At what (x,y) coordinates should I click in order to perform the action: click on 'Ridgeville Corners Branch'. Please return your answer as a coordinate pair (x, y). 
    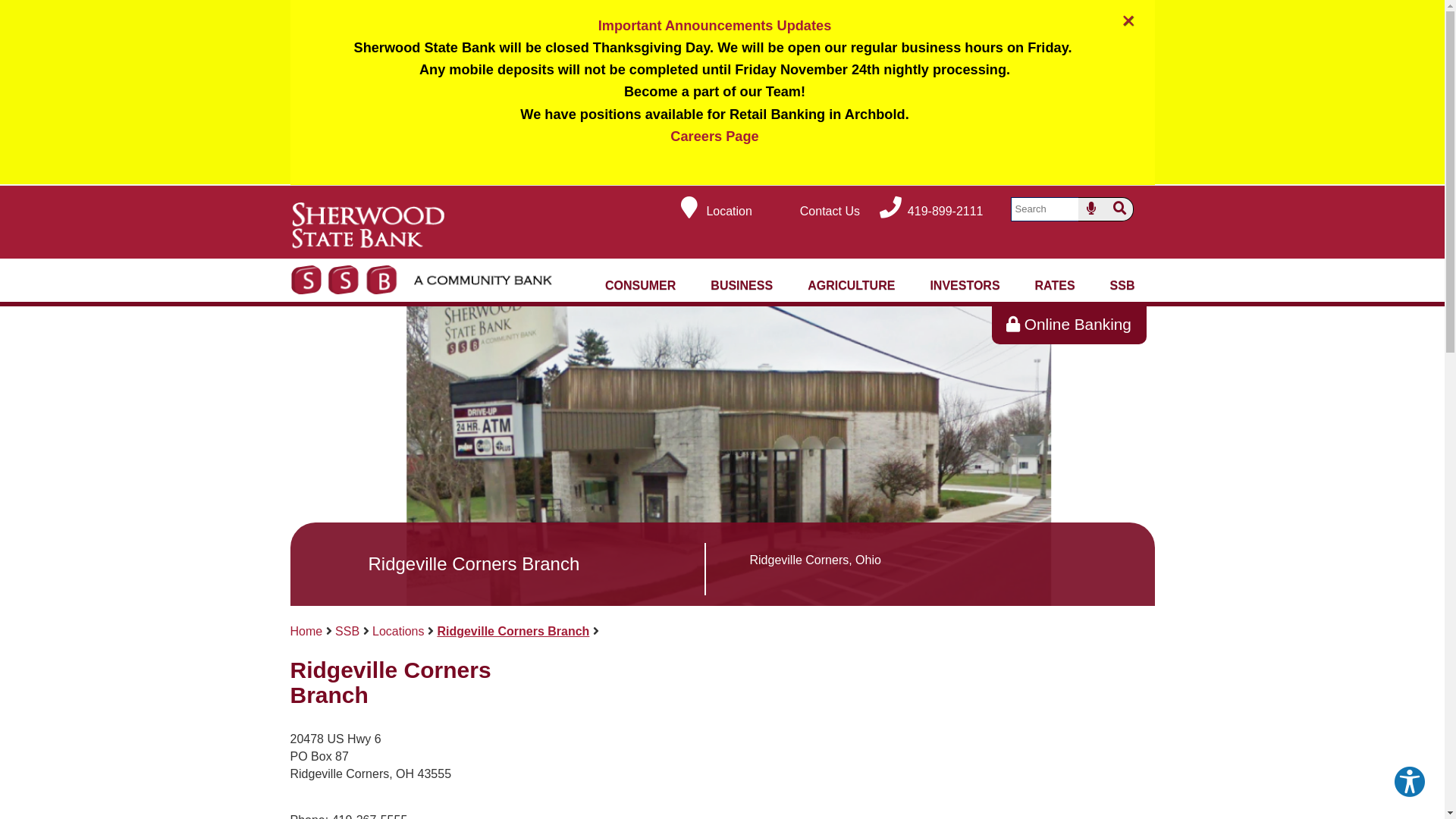
    Looking at the image, I should click on (513, 631).